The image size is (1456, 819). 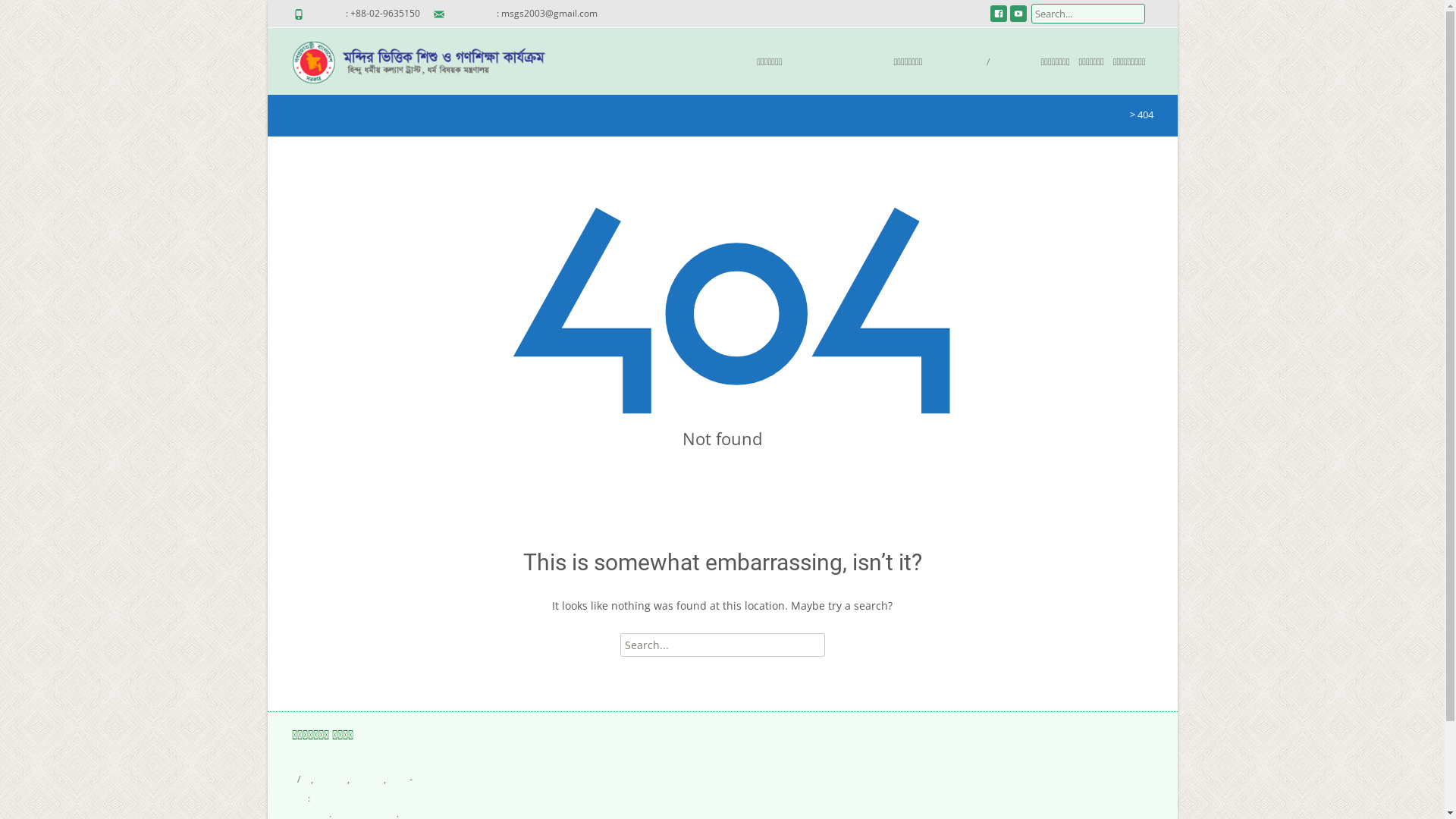 I want to click on 'youtube', so click(x=1018, y=18).